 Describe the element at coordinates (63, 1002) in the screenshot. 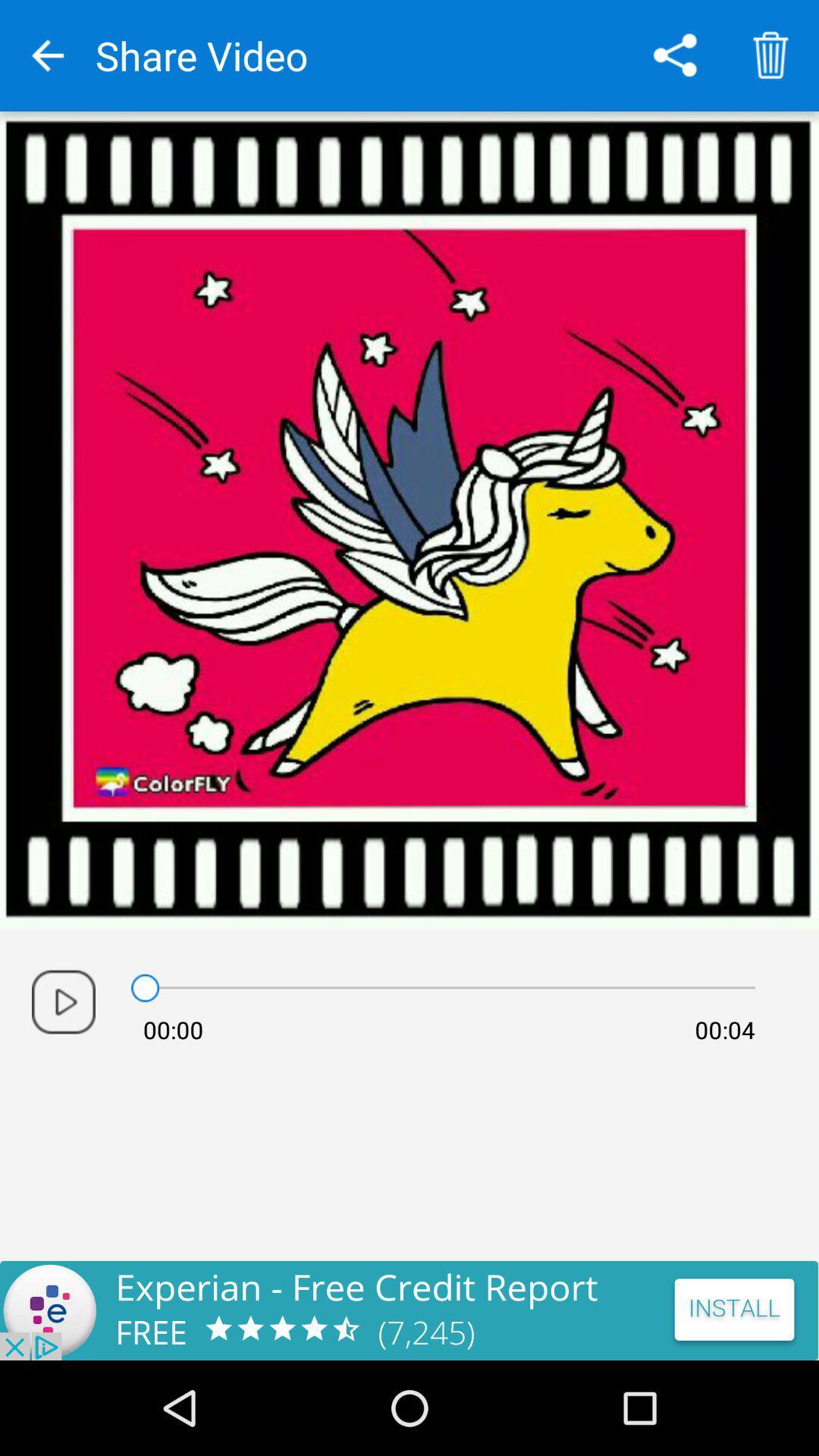

I see `song` at that location.